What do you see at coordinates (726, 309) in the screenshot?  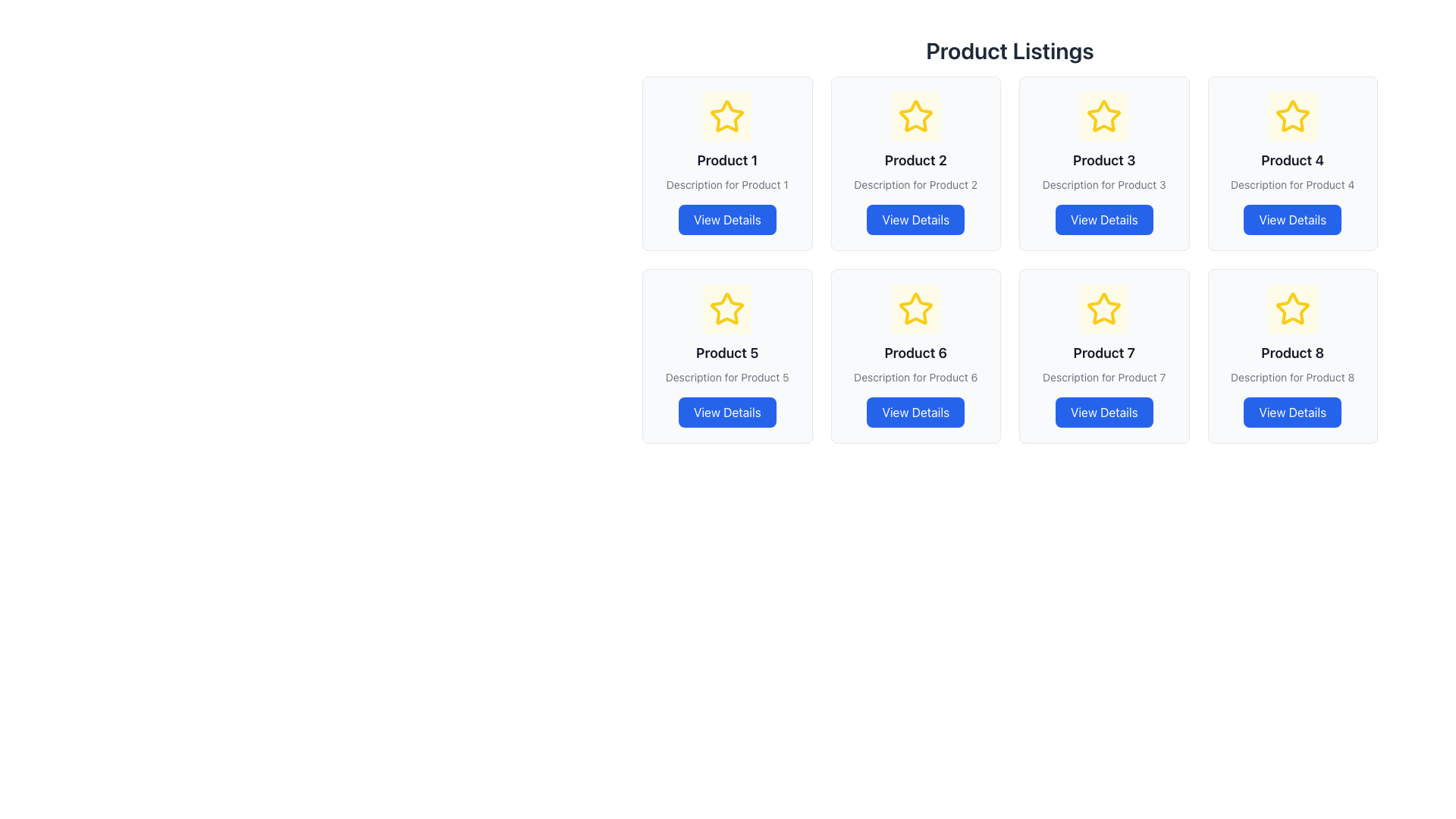 I see `the icon indicating the popularity or rating of 'Product 5', positioned at the top-center of the card` at bounding box center [726, 309].